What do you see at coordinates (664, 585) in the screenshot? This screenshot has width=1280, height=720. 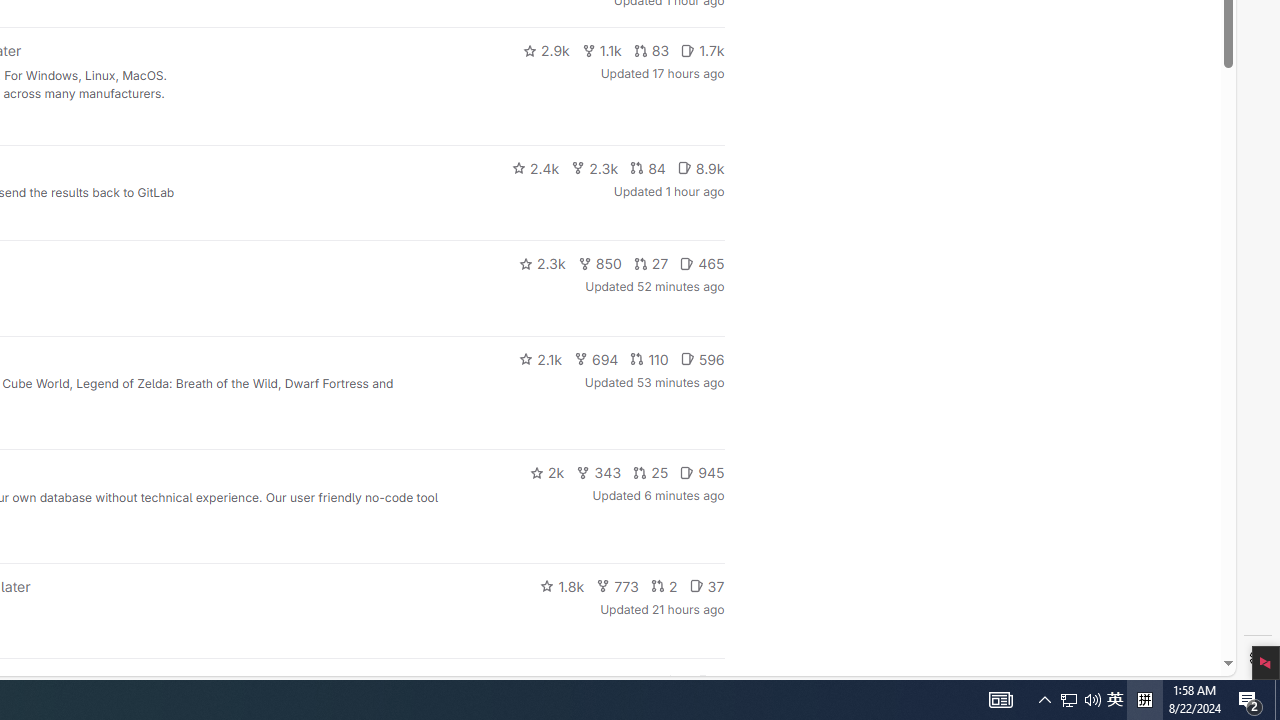 I see `'2'` at bounding box center [664, 585].